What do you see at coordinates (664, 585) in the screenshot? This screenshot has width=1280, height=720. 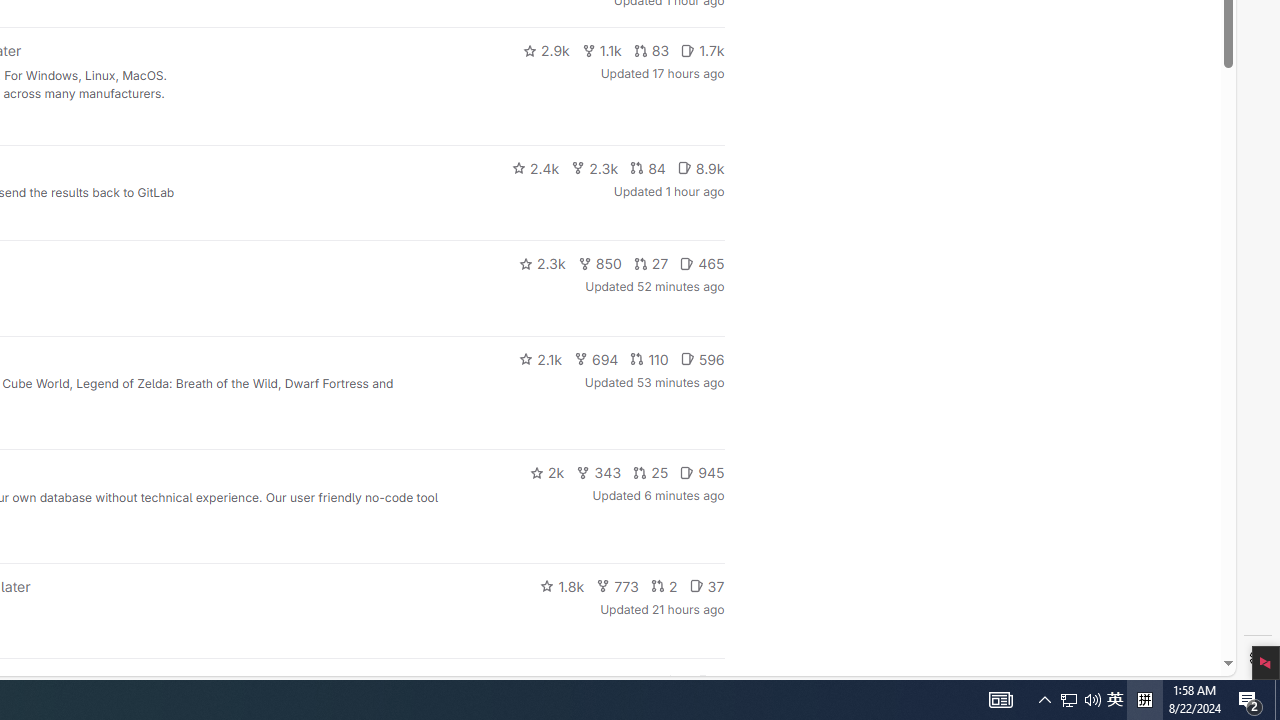 I see `'2'` at bounding box center [664, 585].